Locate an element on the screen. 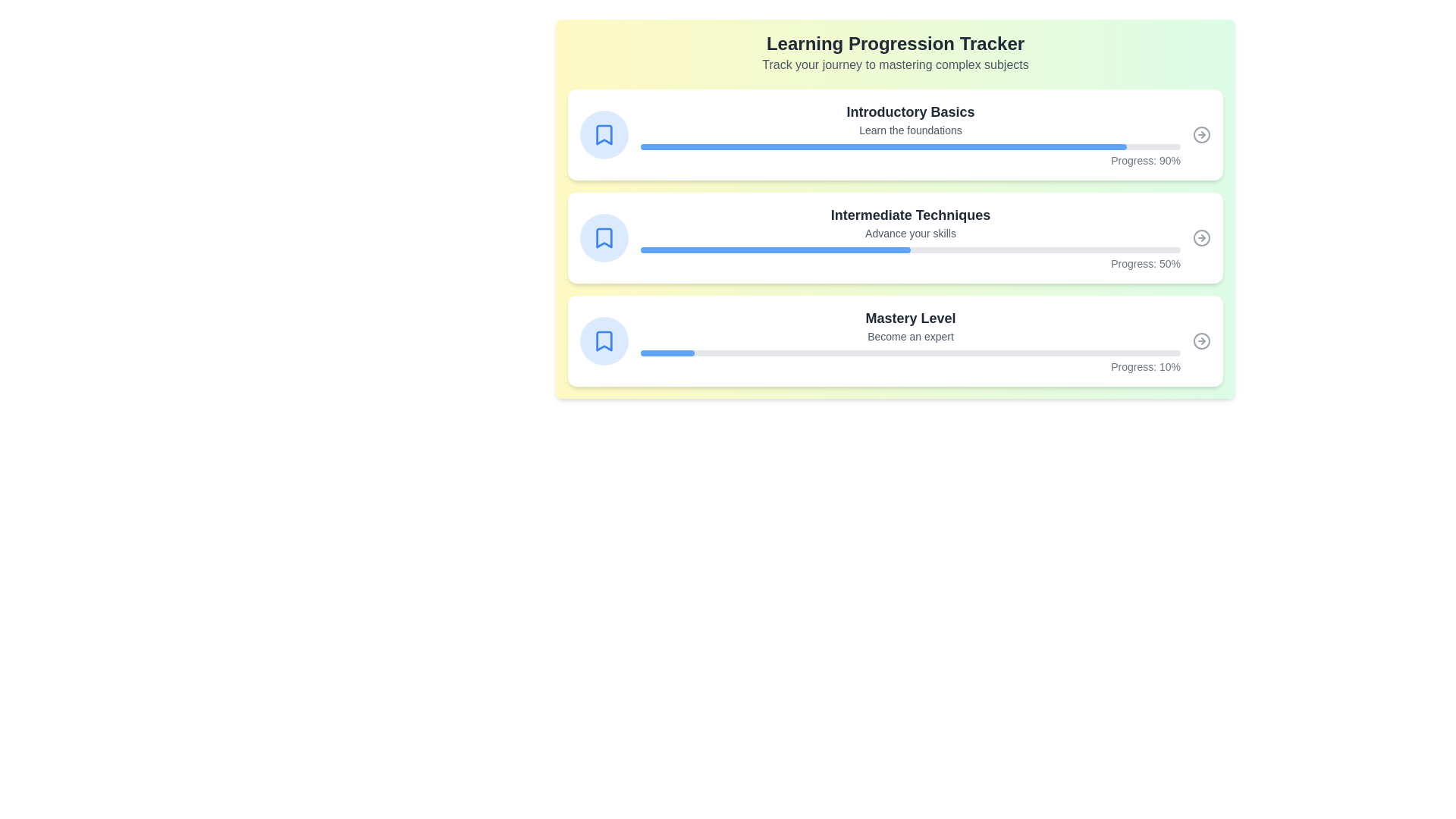  the blue progress indicator, which is a small, horizontally elongated rectangle with rounded edges located at the far left of the light gray progress bar below the 'Mastery Level' section is located at coordinates (667, 353).